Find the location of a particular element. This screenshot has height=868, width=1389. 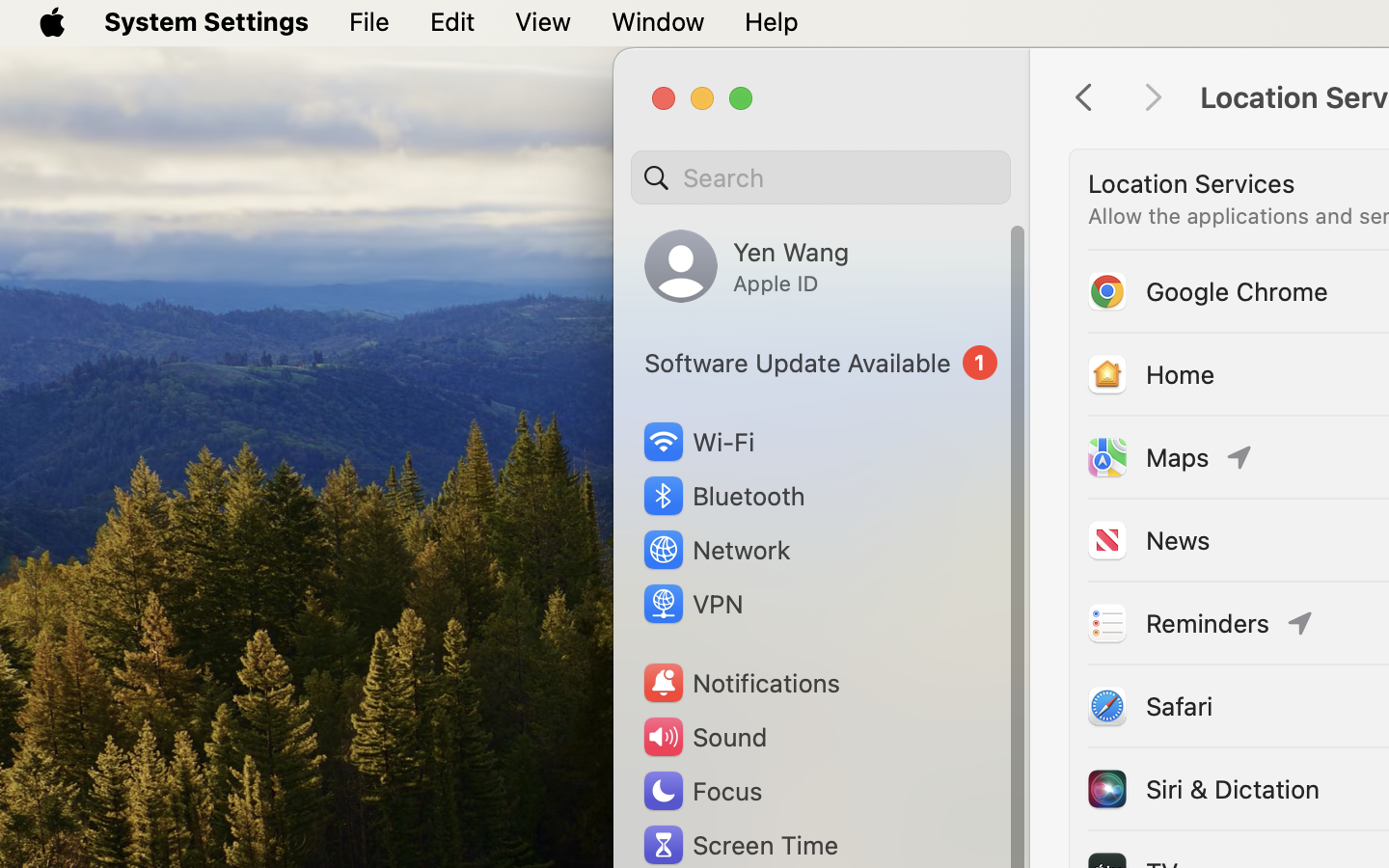

'Safari' is located at coordinates (1149, 704).